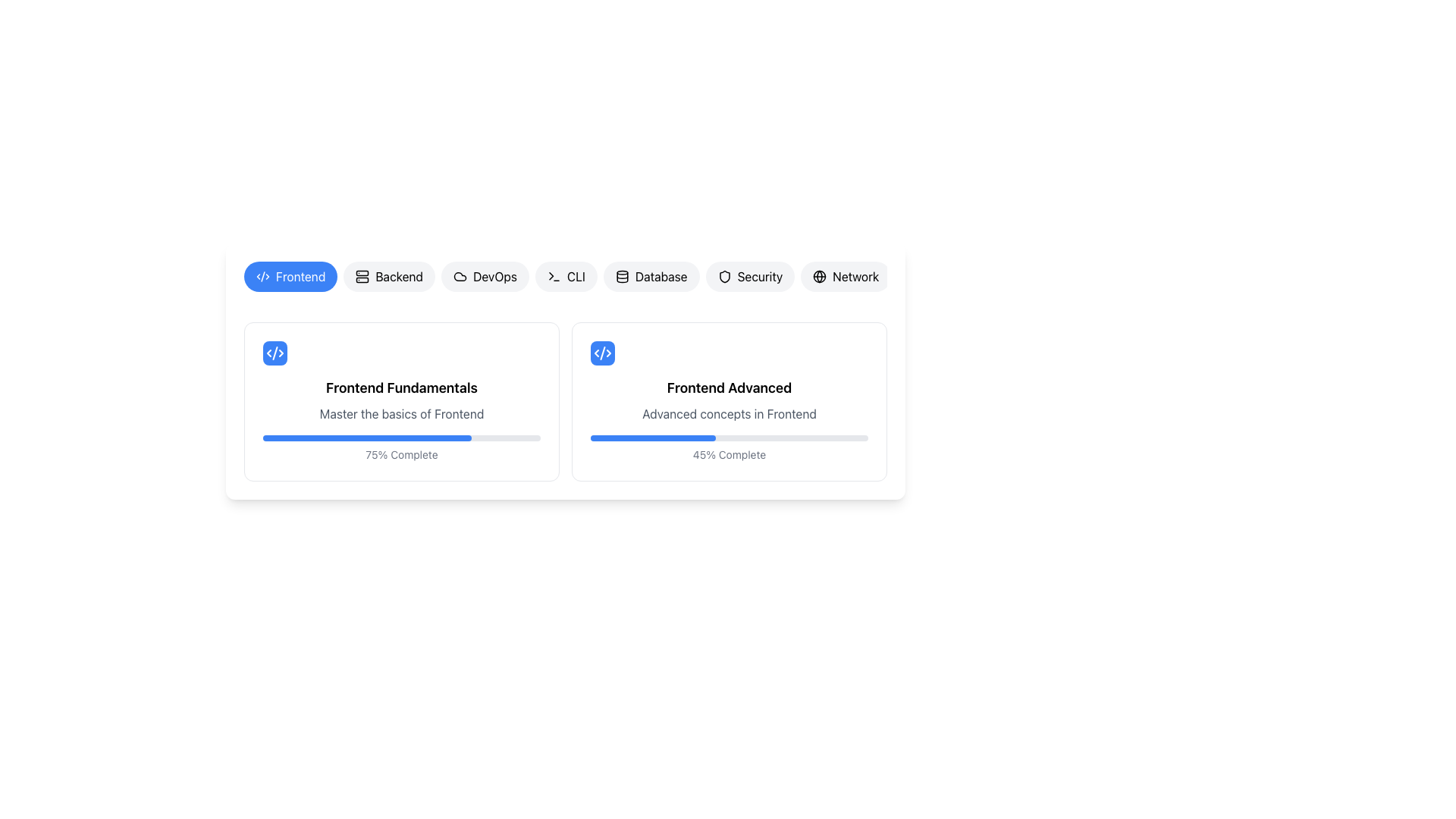 This screenshot has height=819, width=1456. What do you see at coordinates (729, 454) in the screenshot?
I see `text label element that displays '45% Complete', located at the bottom-right of the 'Frontend Advanced' card` at bounding box center [729, 454].